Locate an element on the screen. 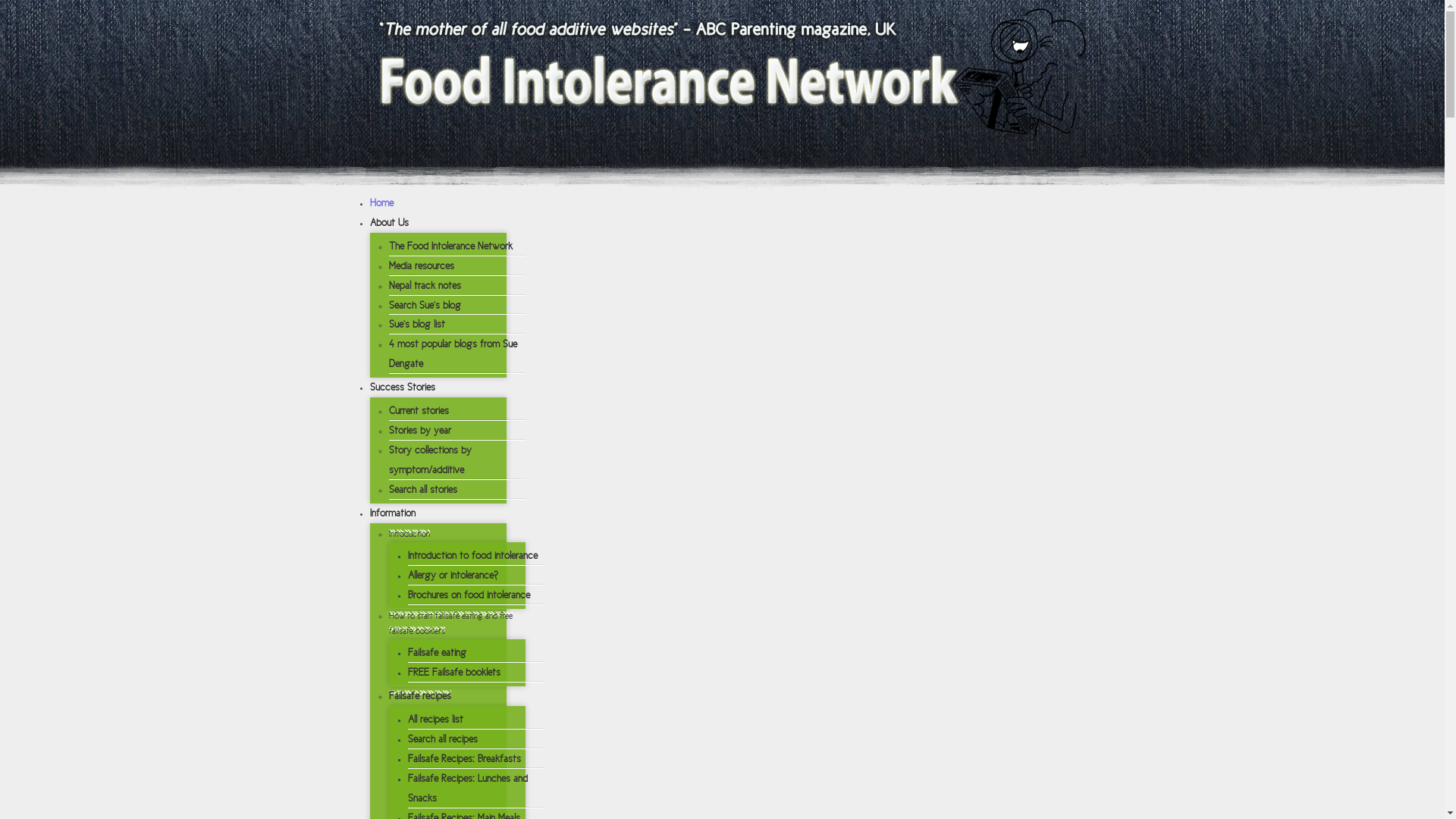 This screenshot has width=1456, height=819. 'Failsafe eating' is located at coordinates (436, 651).